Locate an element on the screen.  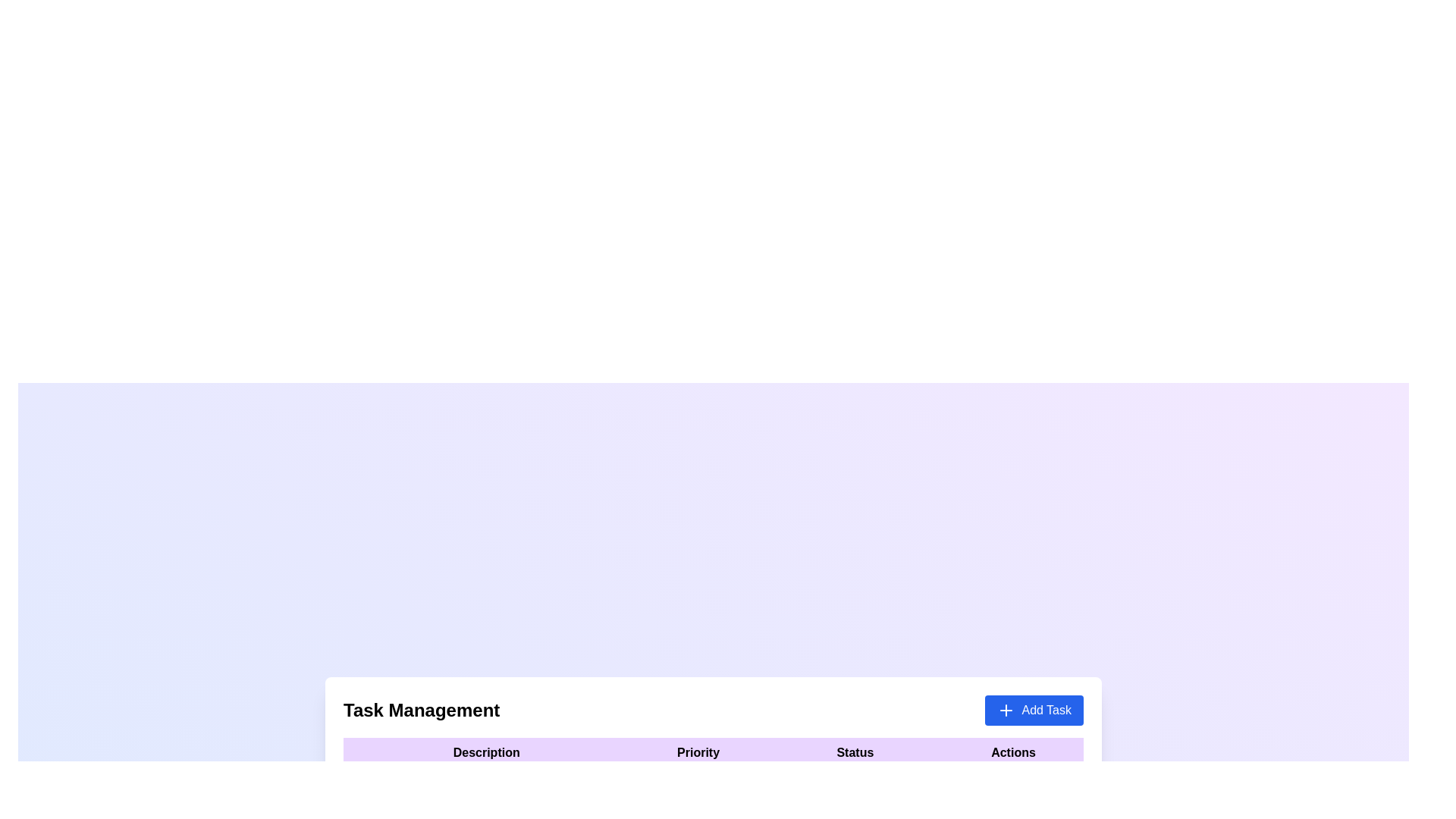
the 'Task Management' text heading to select it is located at coordinates (422, 711).